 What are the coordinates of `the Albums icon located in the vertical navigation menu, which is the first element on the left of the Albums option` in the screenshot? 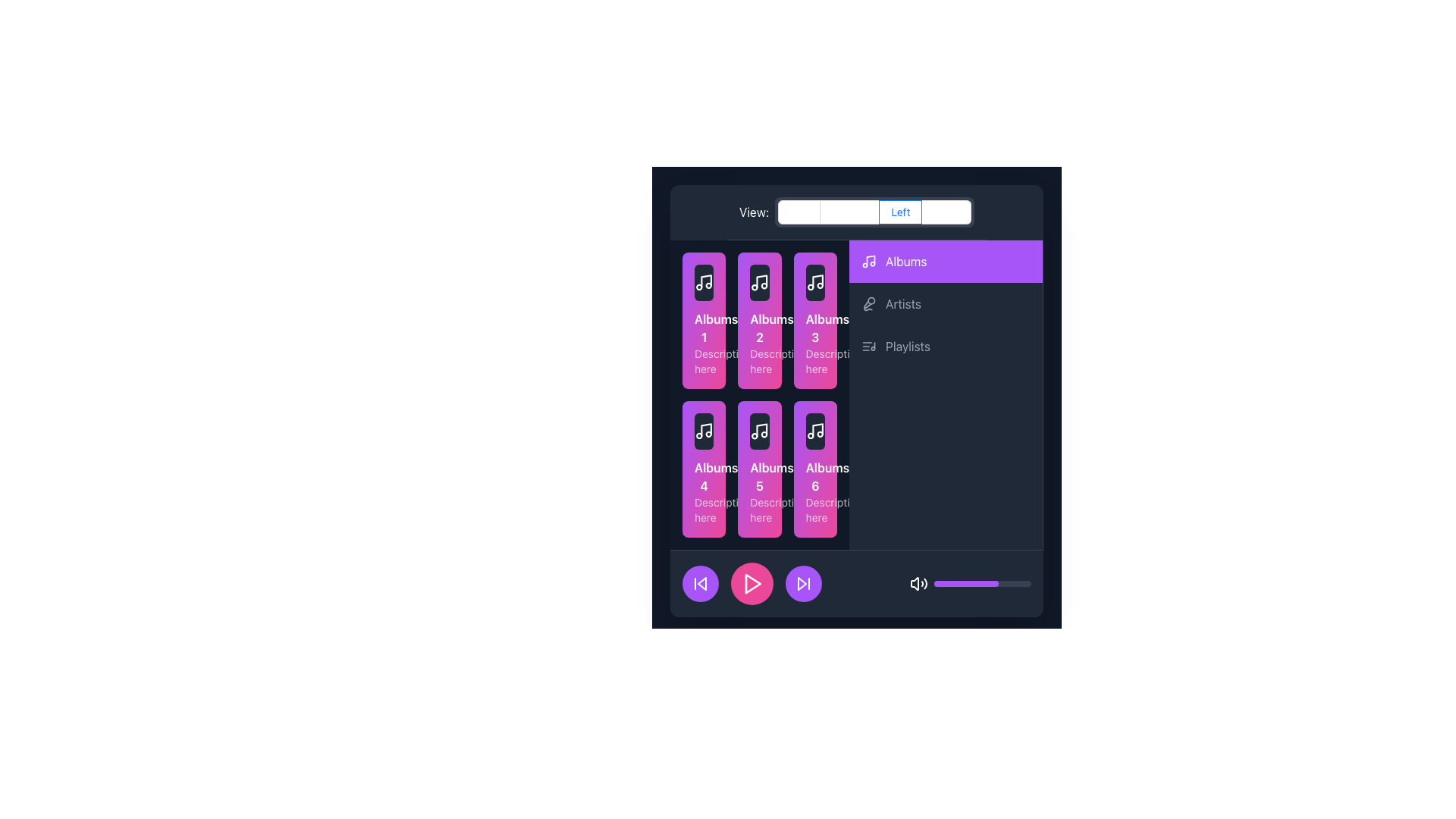 It's located at (869, 260).